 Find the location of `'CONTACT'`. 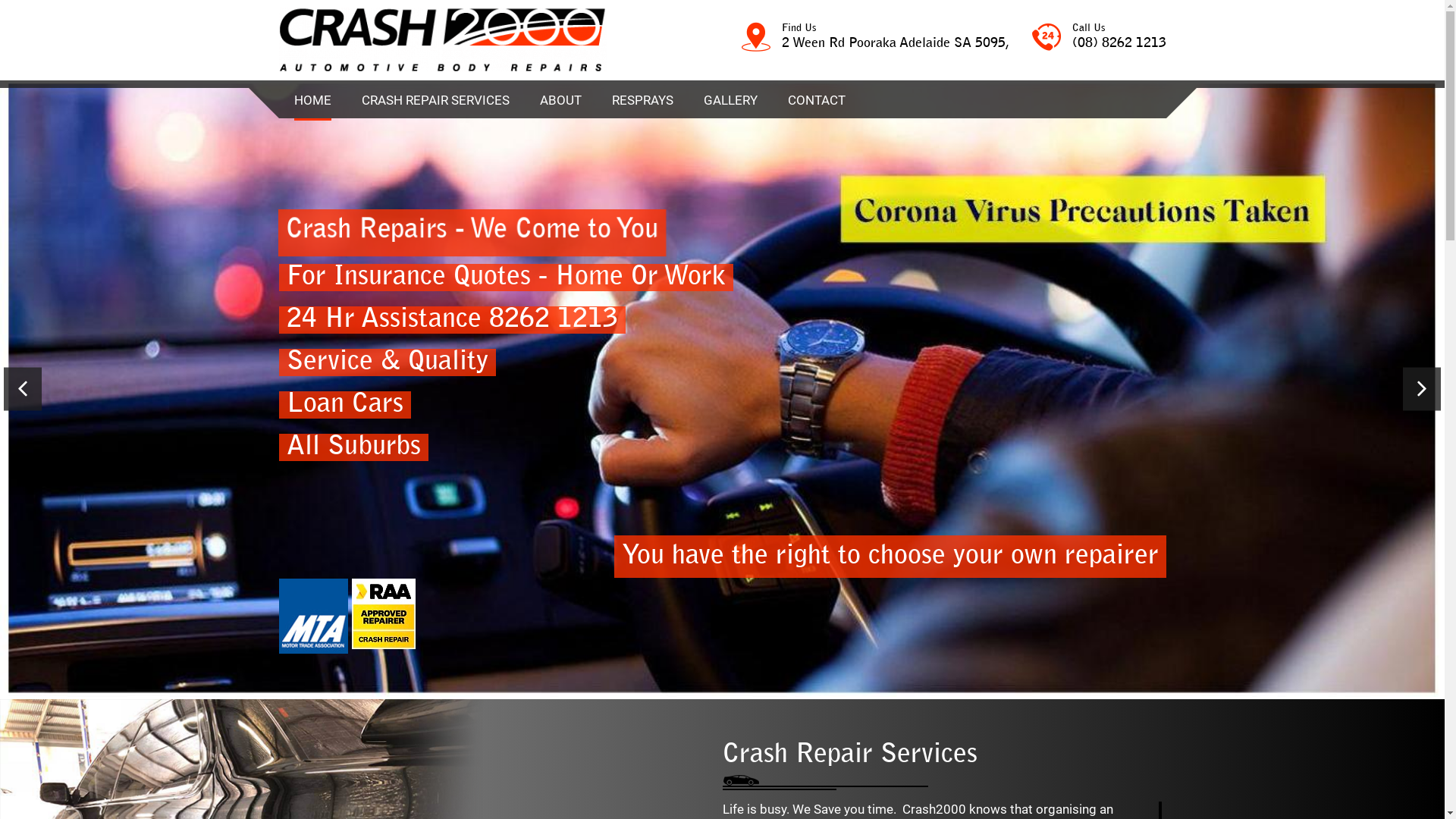

'CONTACT' is located at coordinates (786, 99).